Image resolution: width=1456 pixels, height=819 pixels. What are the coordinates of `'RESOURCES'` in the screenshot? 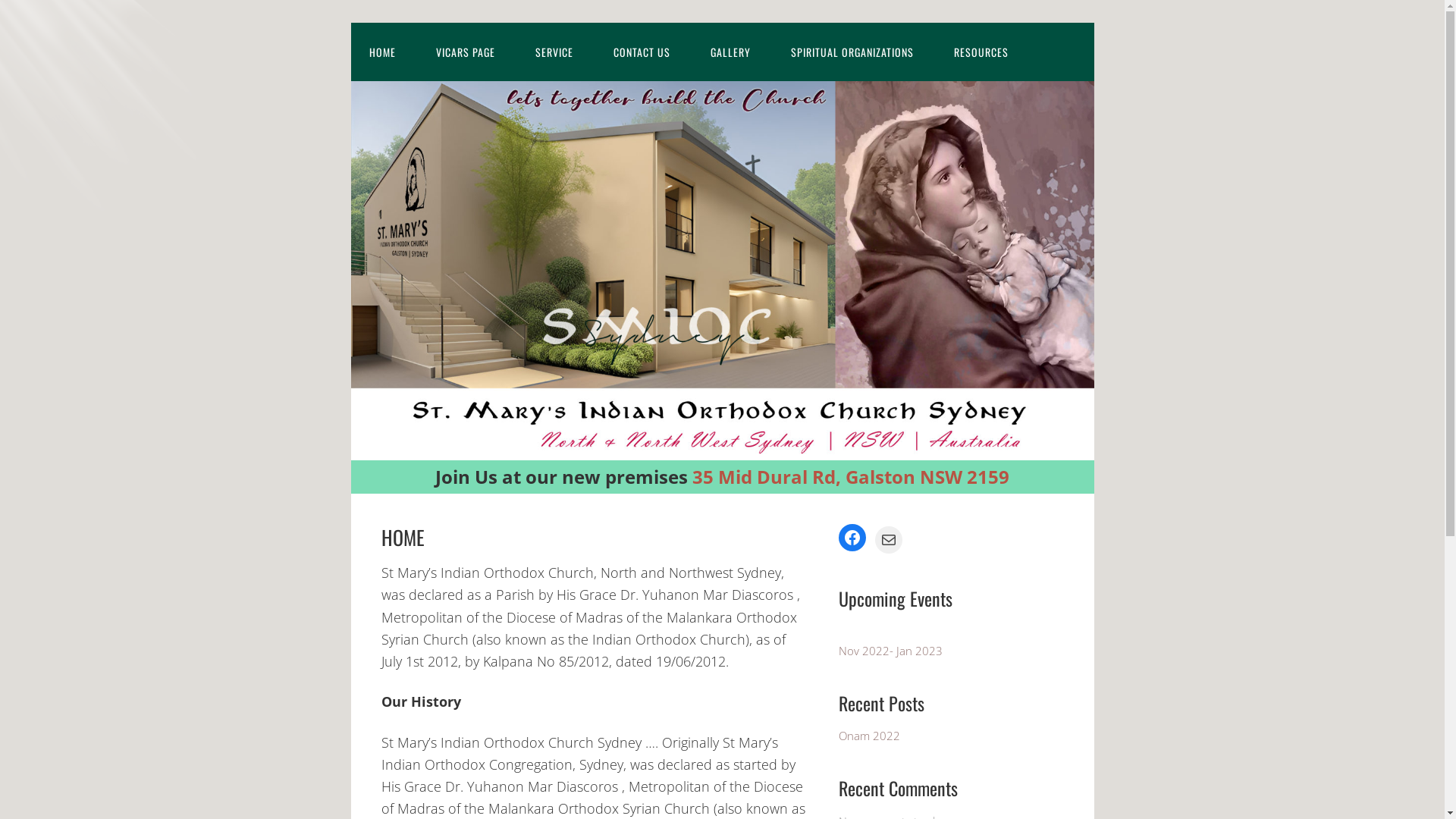 It's located at (981, 51).